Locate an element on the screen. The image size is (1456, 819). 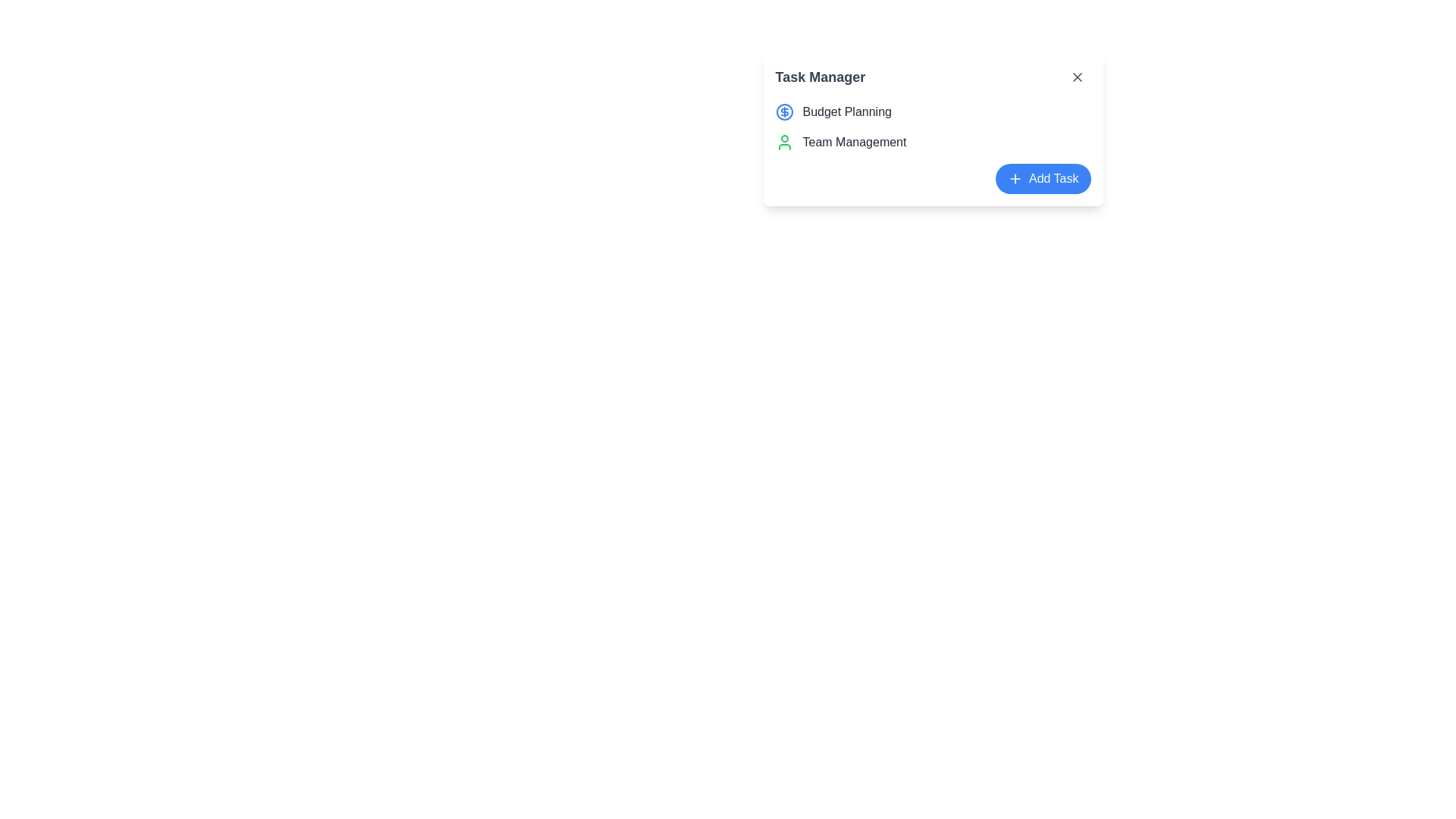
the 'Add Task' icon located to the left of the 'Add Task' text label to initiate the addition-related functionality is located at coordinates (1015, 177).